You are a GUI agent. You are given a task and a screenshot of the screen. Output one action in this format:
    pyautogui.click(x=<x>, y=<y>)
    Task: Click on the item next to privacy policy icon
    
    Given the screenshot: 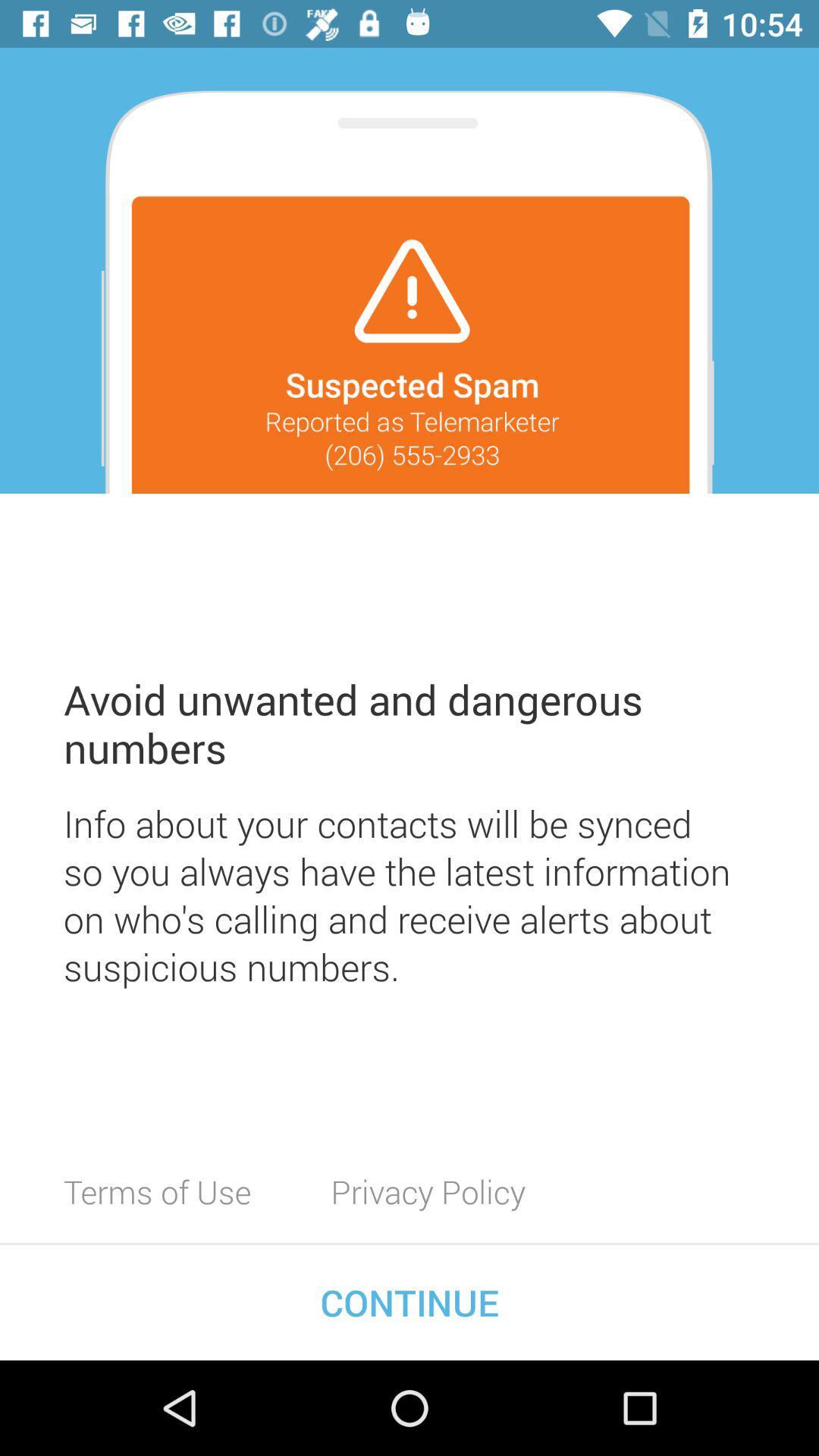 What is the action you would take?
    pyautogui.click(x=157, y=1191)
    